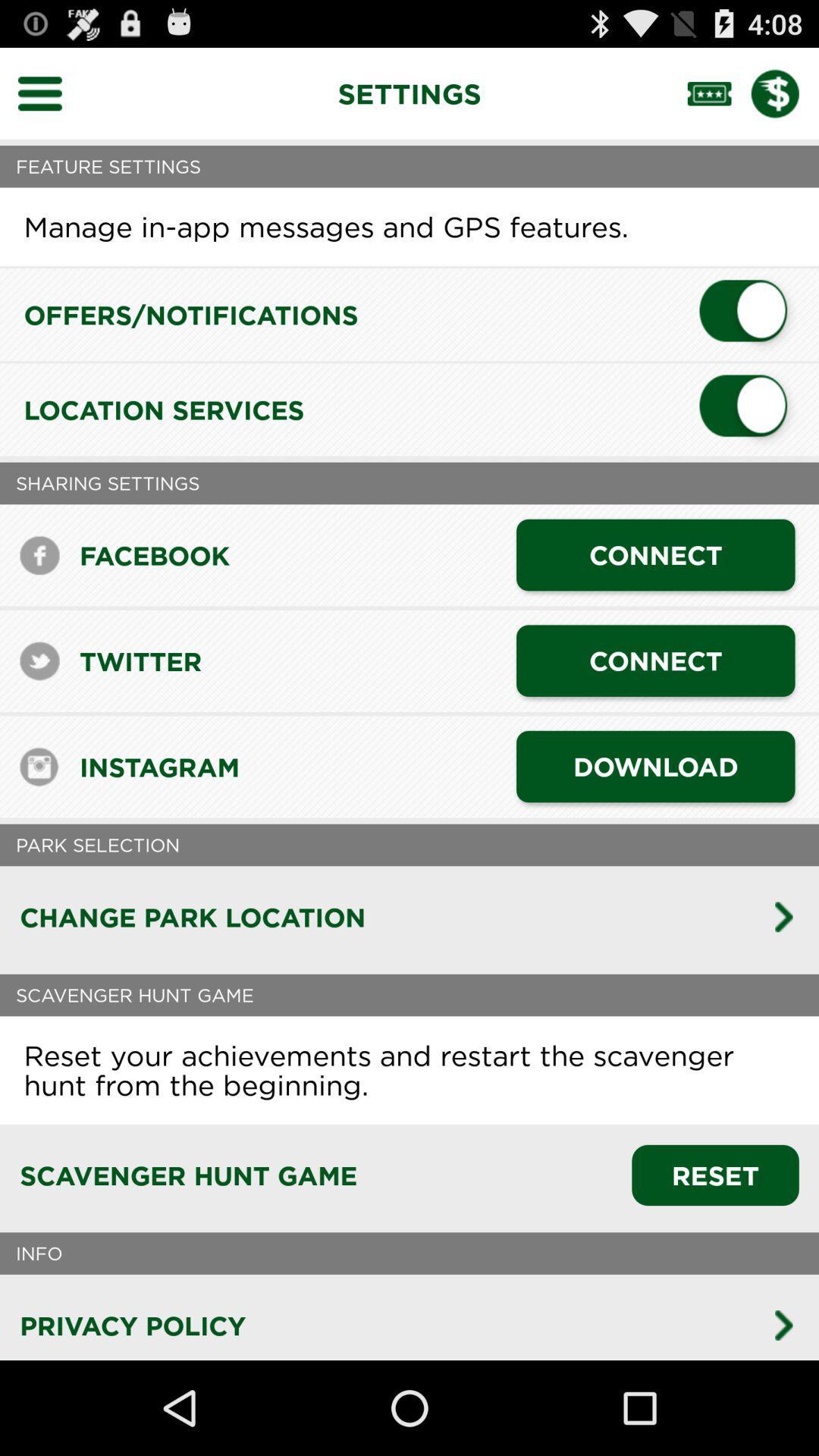 Image resolution: width=819 pixels, height=1456 pixels. I want to click on the download icon, so click(654, 767).